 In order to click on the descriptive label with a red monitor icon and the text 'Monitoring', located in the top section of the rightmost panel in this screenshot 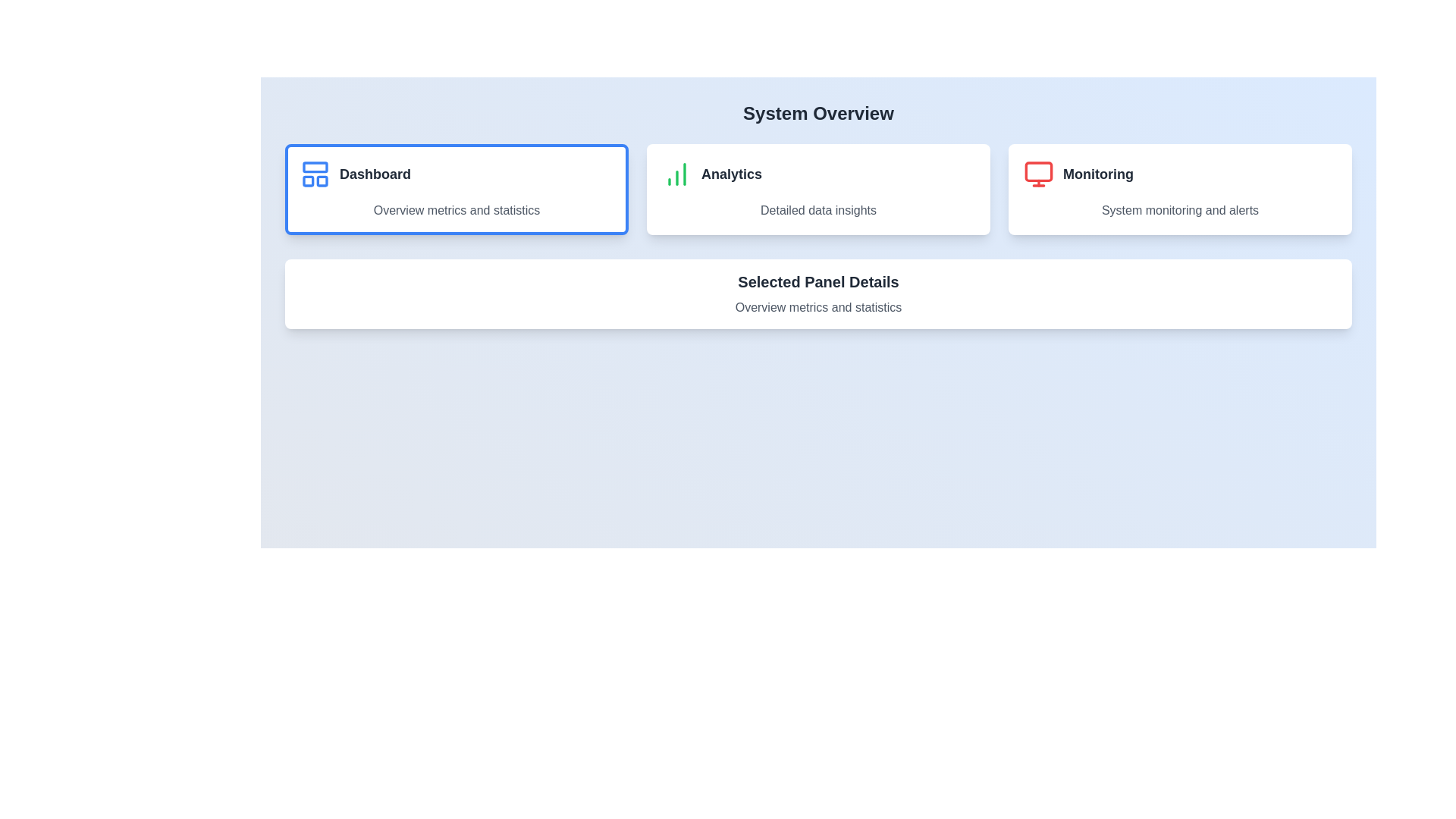, I will do `click(1179, 174)`.